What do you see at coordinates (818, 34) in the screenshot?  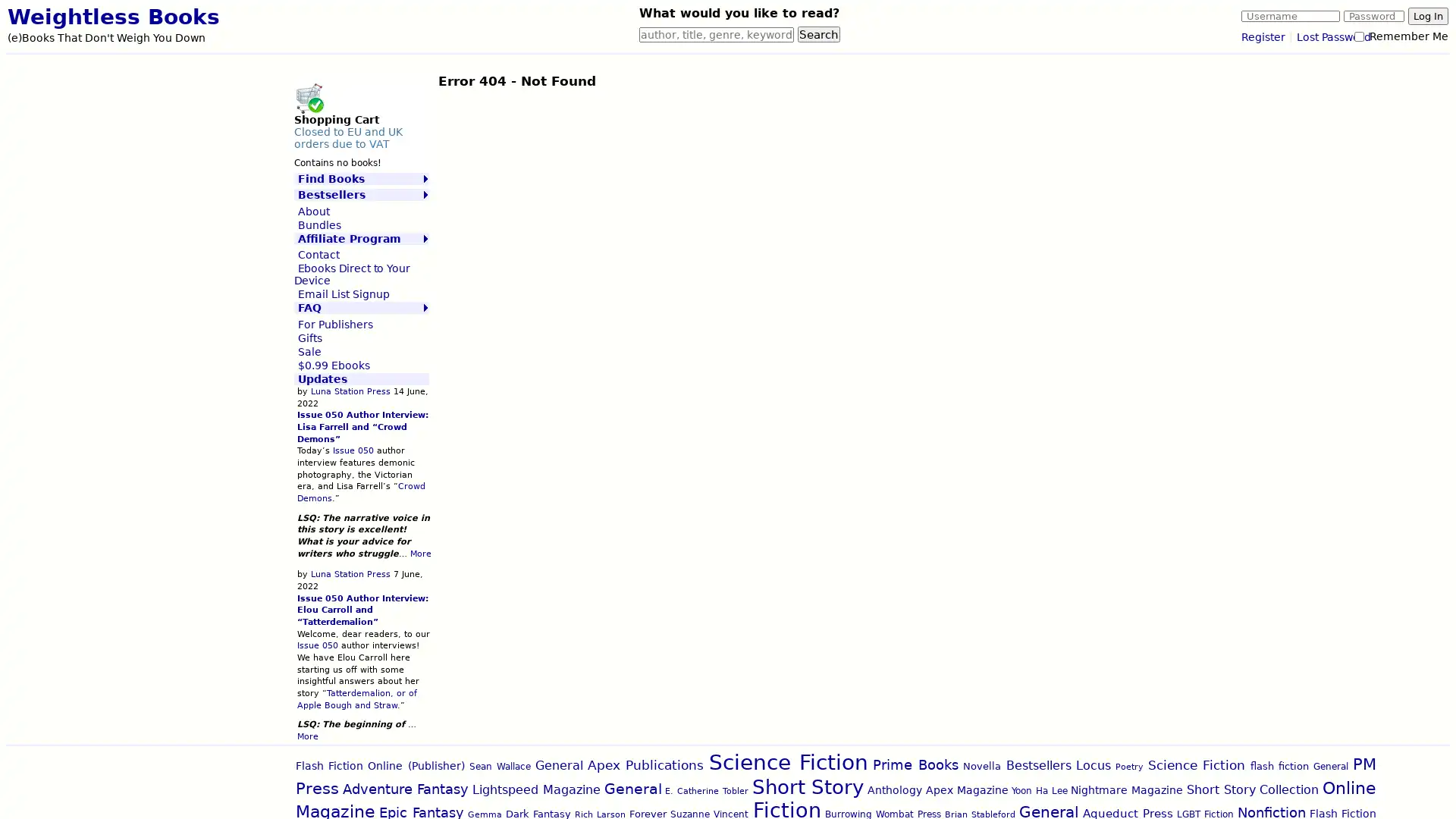 I see `Search` at bounding box center [818, 34].